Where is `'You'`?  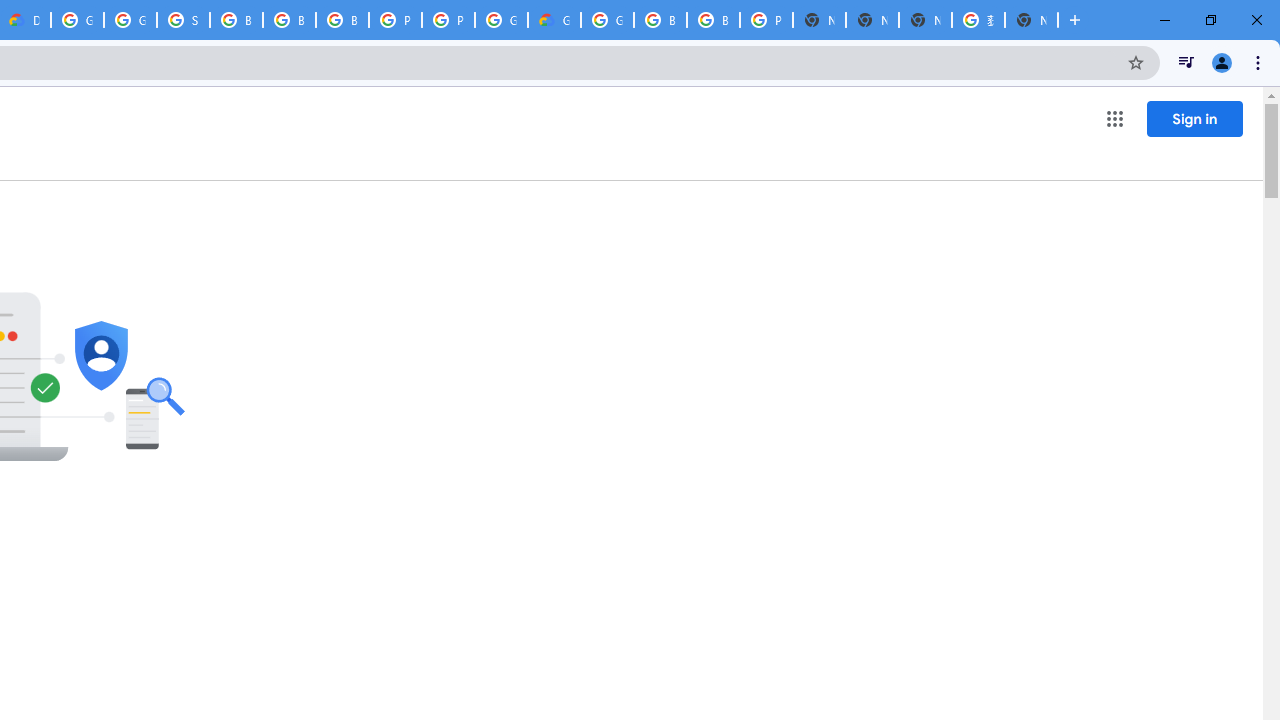
'You' is located at coordinates (1220, 61).